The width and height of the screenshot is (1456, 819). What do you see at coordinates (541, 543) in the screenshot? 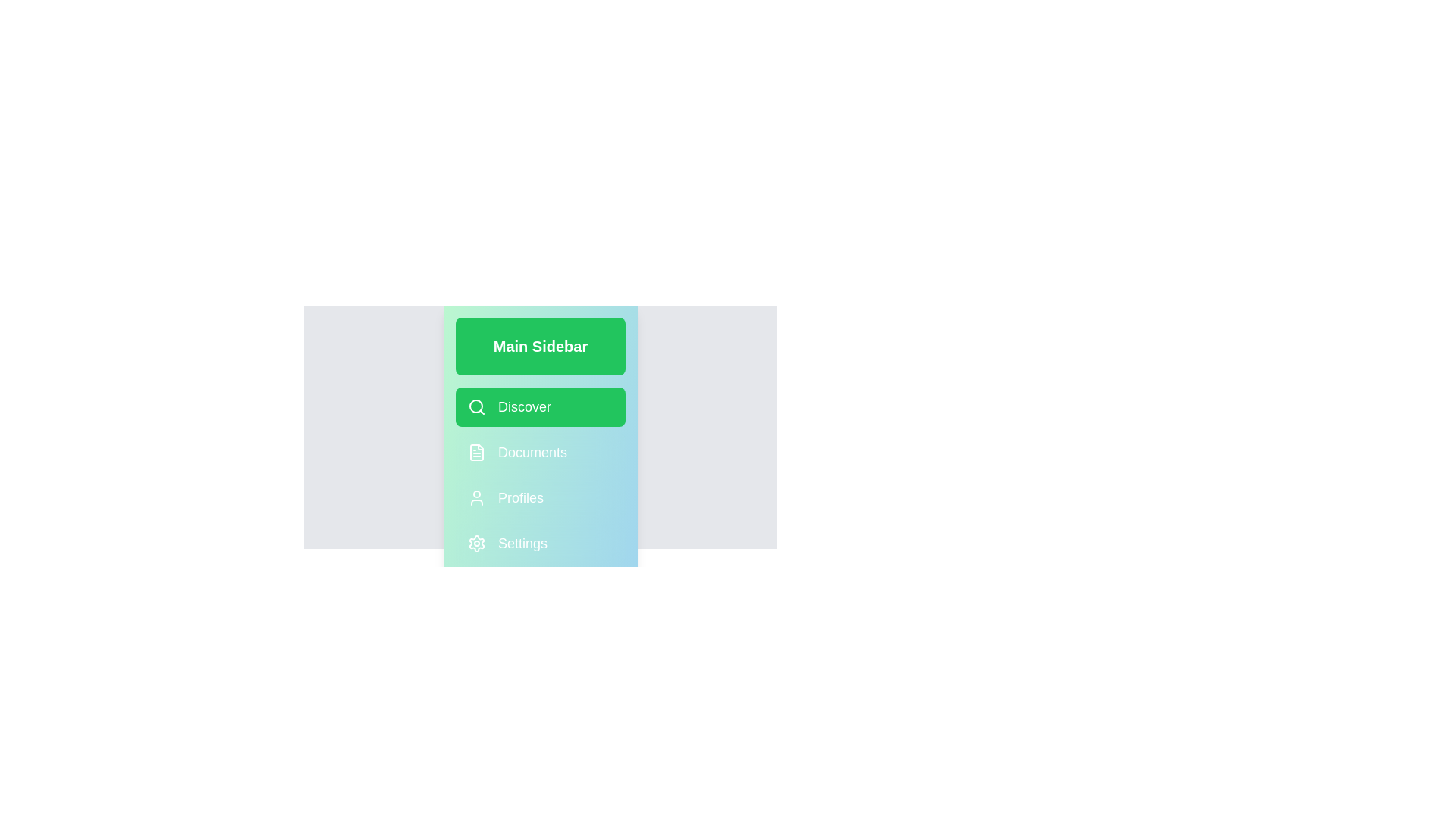
I see `the 'Settings' navigation button with a light blue background gradient` at bounding box center [541, 543].